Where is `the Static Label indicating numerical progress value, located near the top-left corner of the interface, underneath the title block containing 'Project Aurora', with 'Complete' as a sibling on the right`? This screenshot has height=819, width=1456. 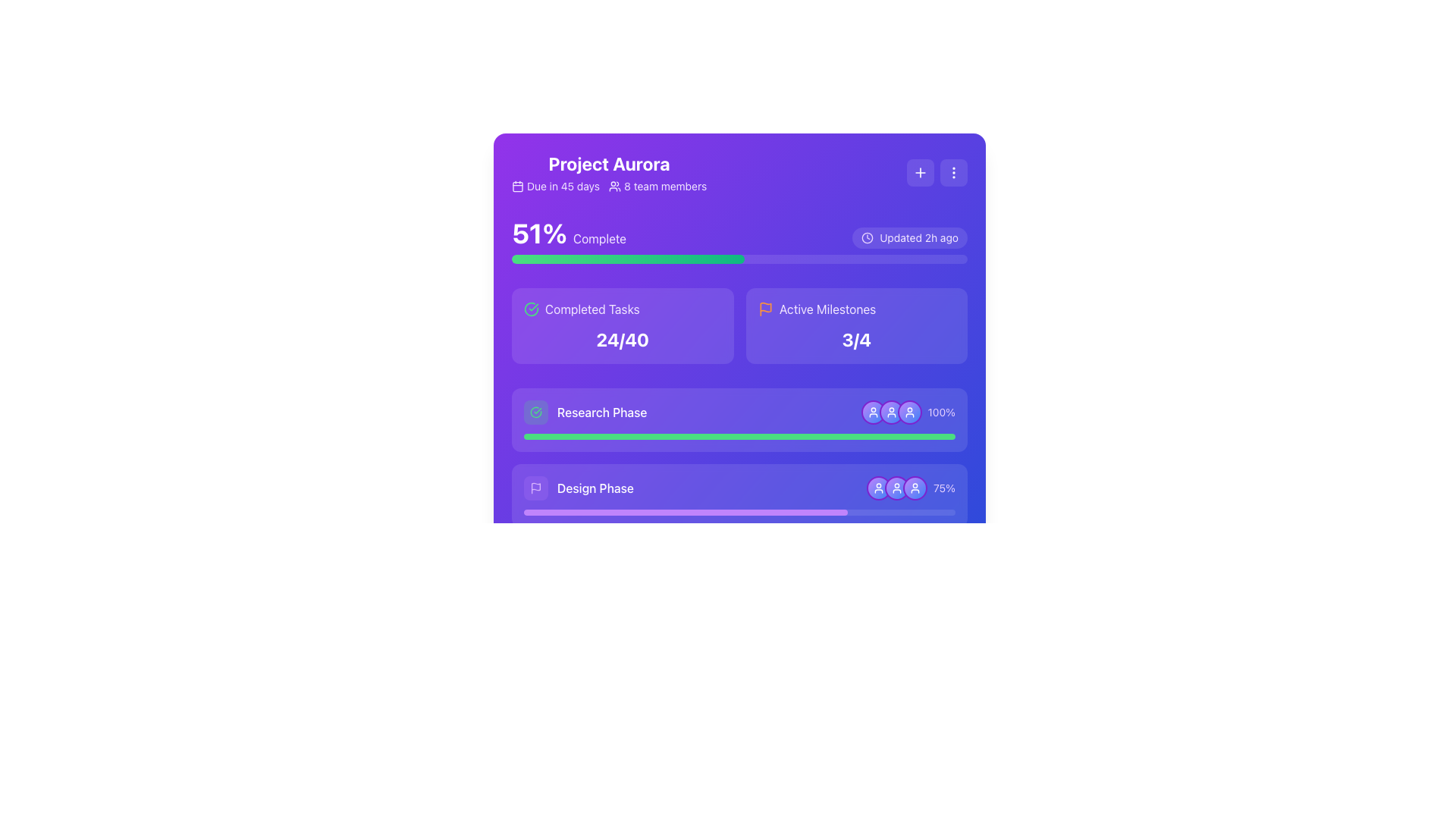
the Static Label indicating numerical progress value, located near the top-left corner of the interface, underneath the title block containing 'Project Aurora', with 'Complete' as a sibling on the right is located at coordinates (539, 233).